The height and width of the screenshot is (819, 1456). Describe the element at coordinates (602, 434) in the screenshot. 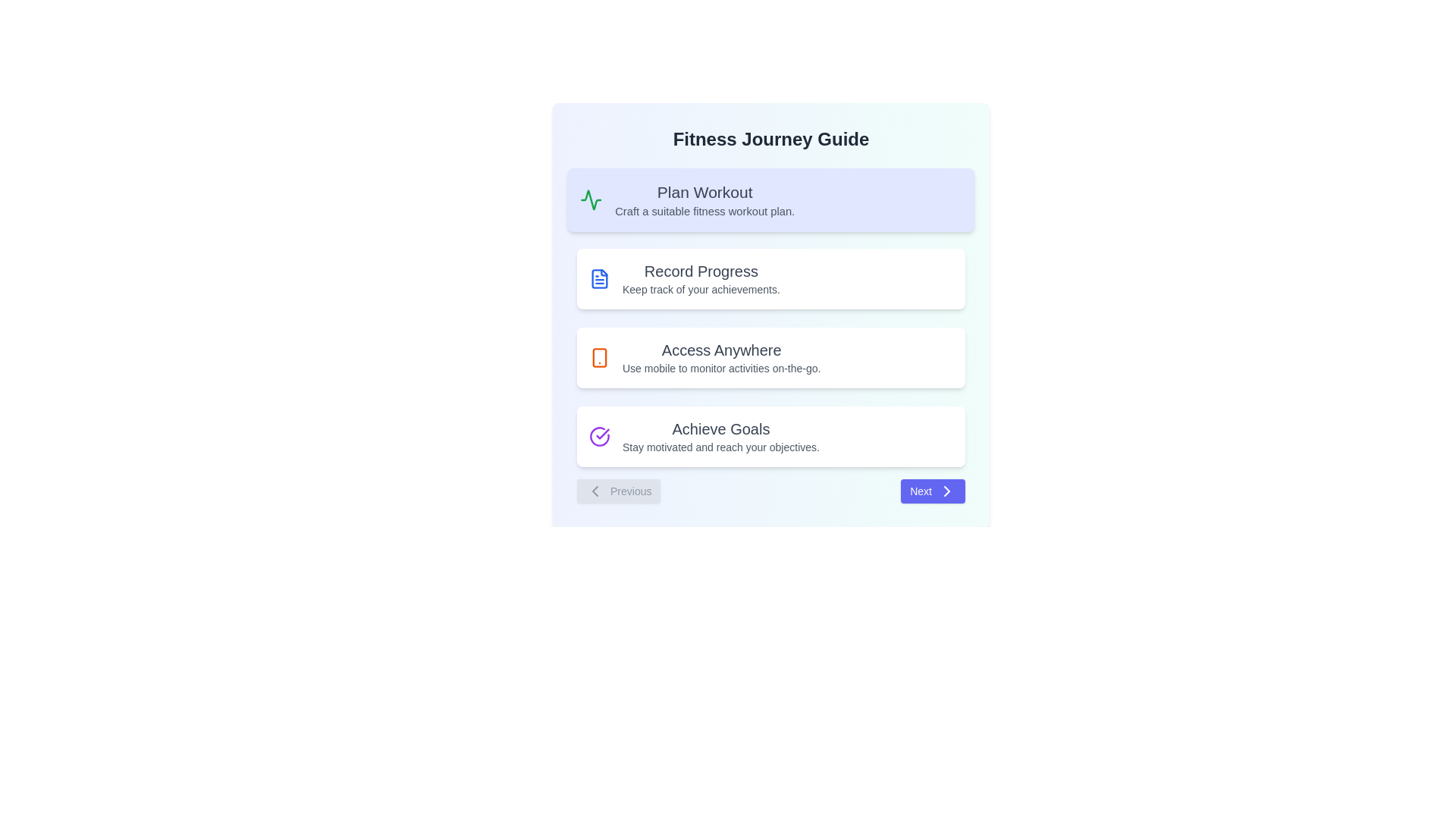

I see `the small purple checkmark icon, which is centrally positioned within a circular area to the left of the 'Achieve Goals' label on the fourth row of the list` at that location.